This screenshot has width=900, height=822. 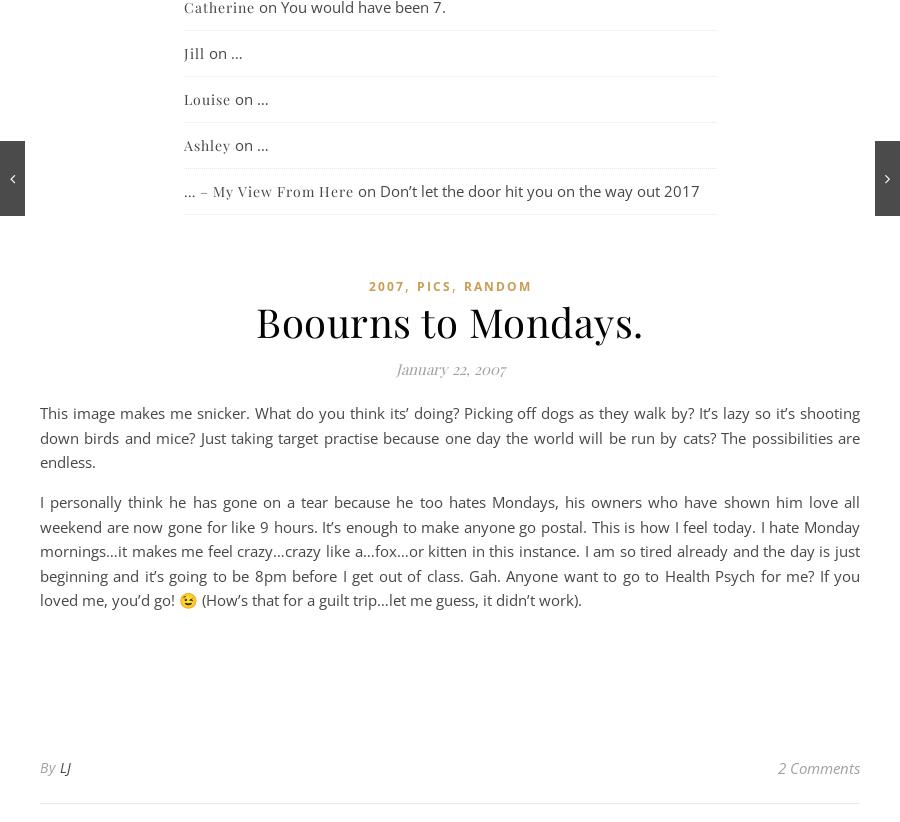 I want to click on 'LJ', so click(x=63, y=765).